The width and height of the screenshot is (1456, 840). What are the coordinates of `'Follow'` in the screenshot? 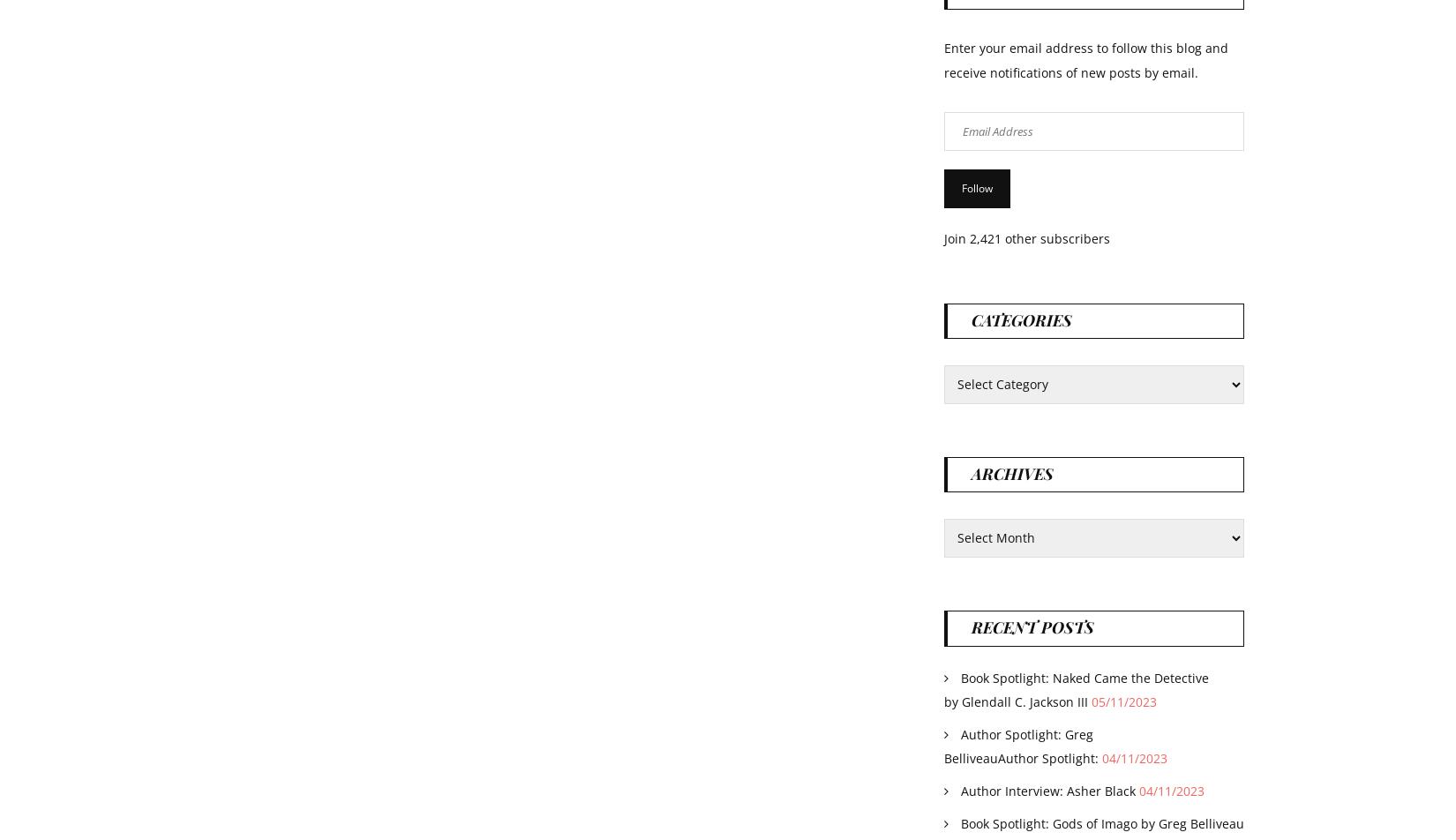 It's located at (977, 187).